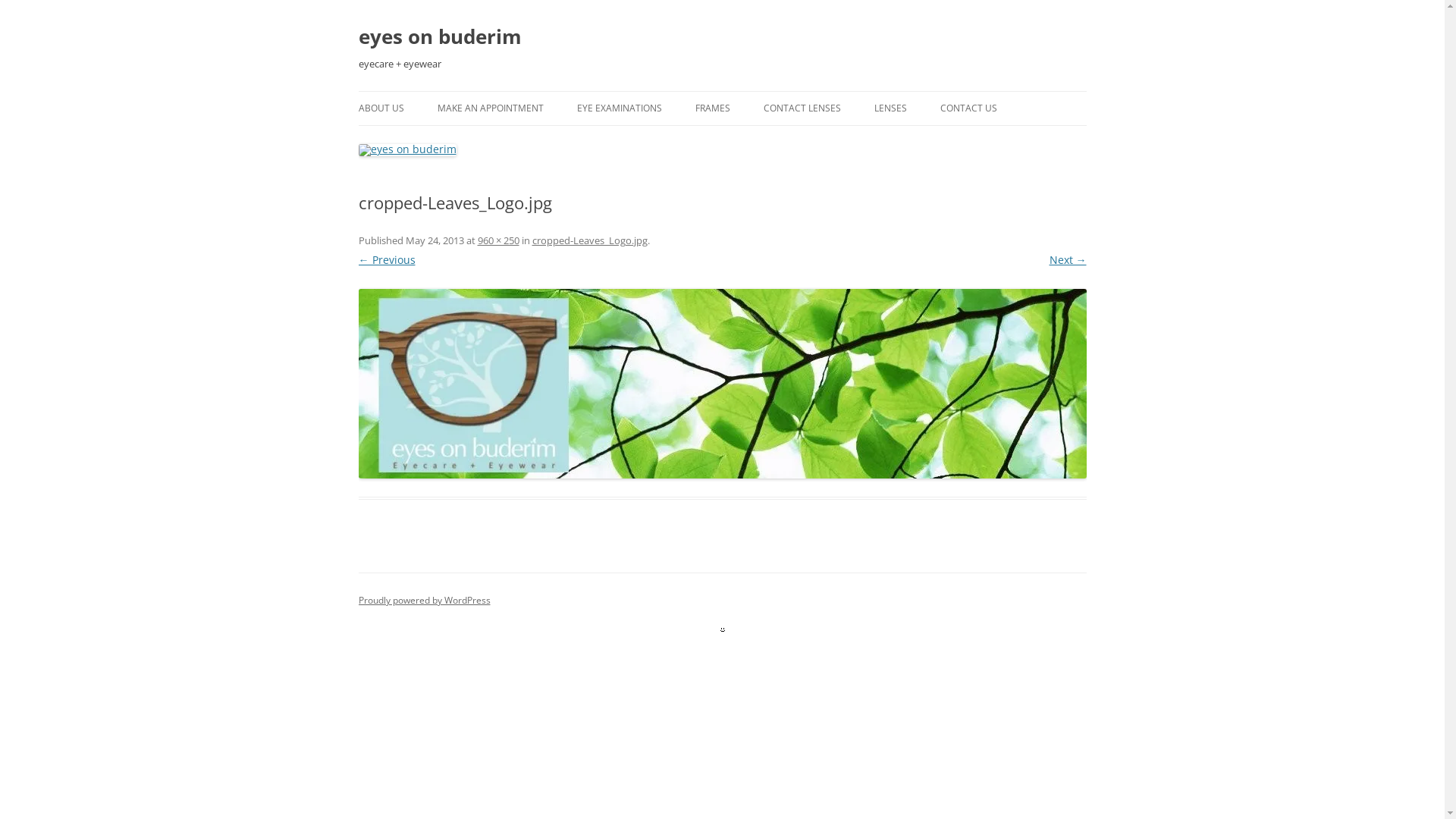 This screenshot has height=819, width=1456. What do you see at coordinates (890, 107) in the screenshot?
I see `'LENSES'` at bounding box center [890, 107].